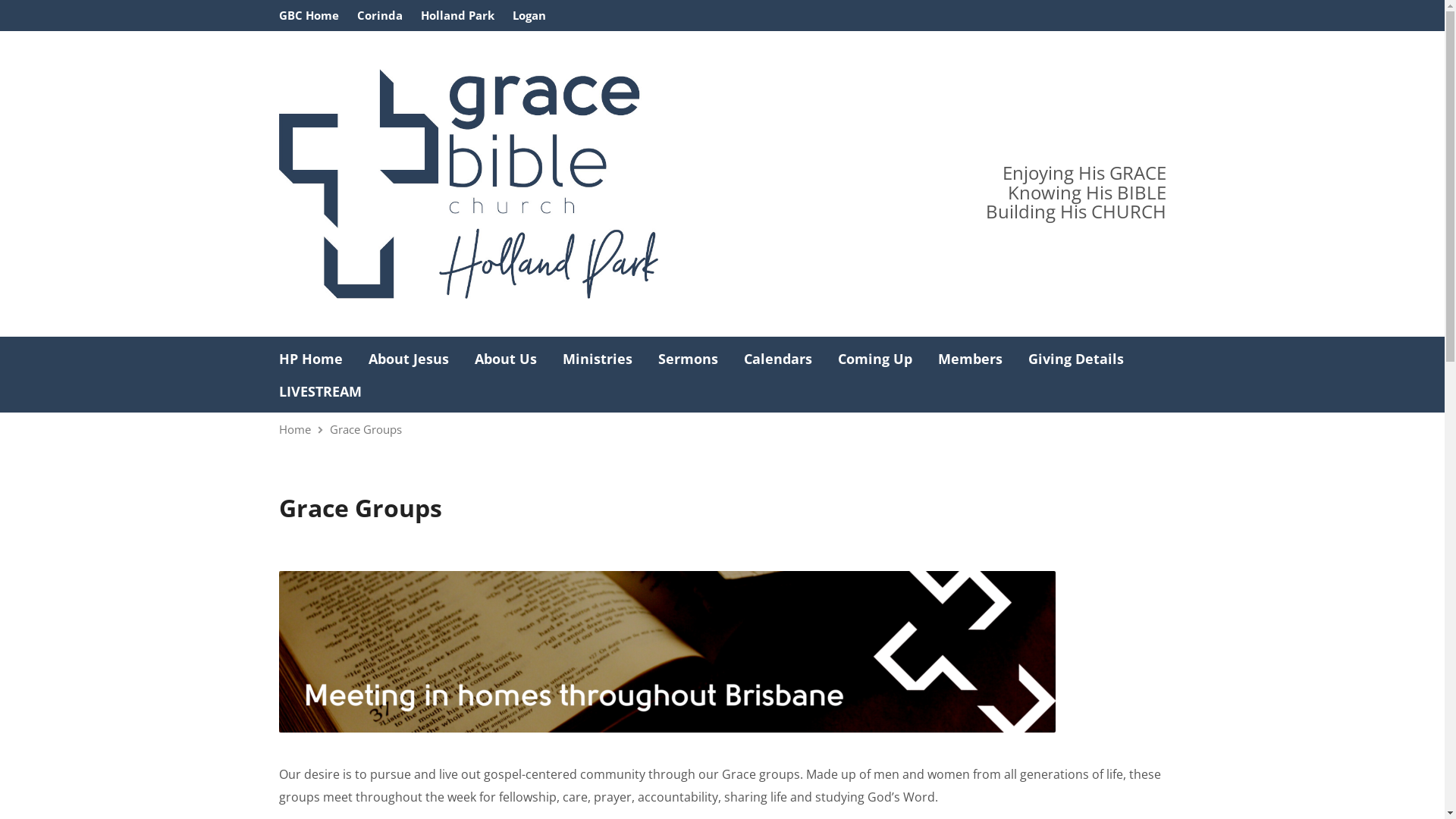 The image size is (1456, 819). I want to click on 'Giving Details', so click(1075, 359).